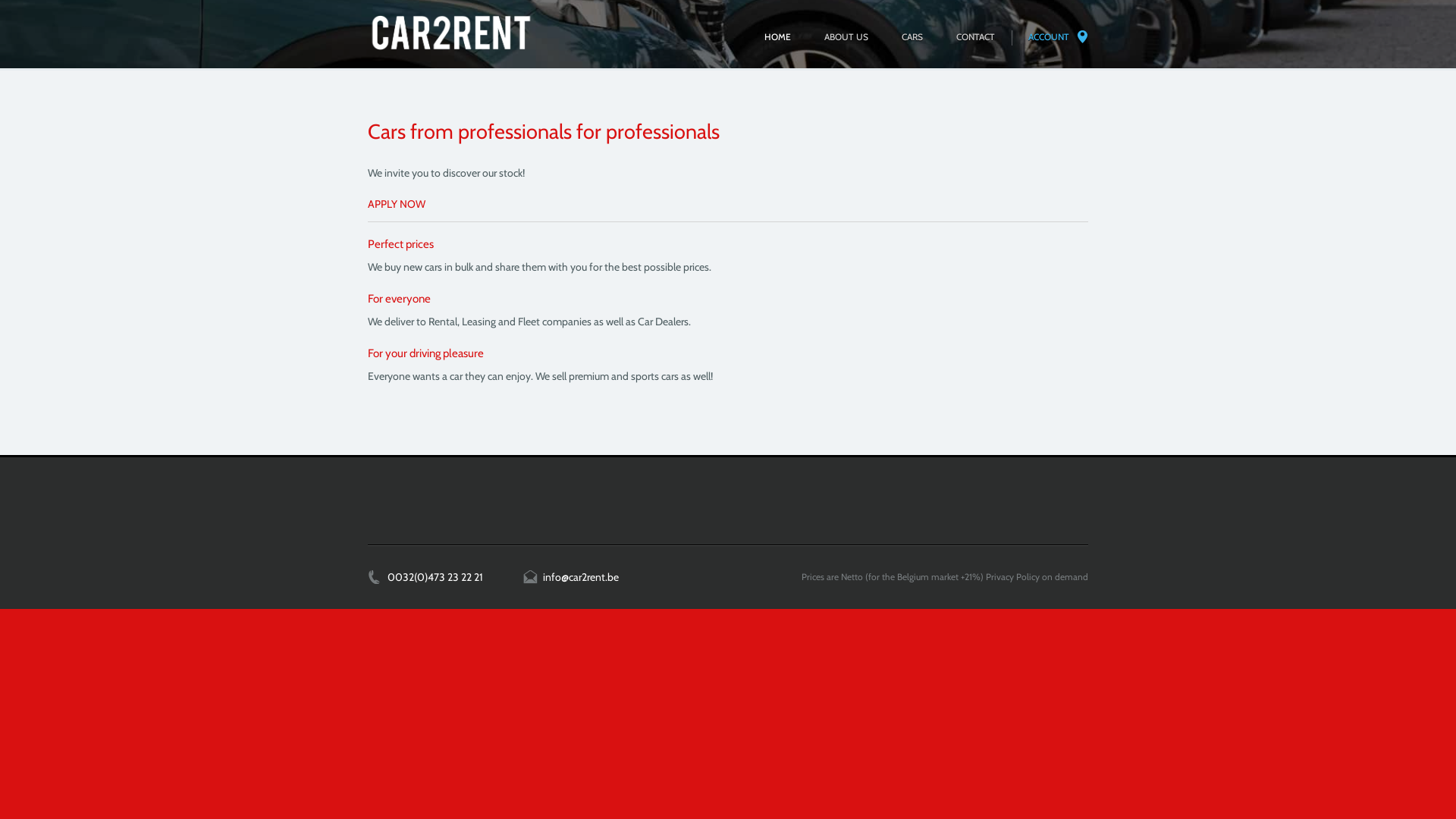 The width and height of the screenshot is (1456, 819). Describe the element at coordinates (397, 203) in the screenshot. I see `'APPLY NOW'` at that location.